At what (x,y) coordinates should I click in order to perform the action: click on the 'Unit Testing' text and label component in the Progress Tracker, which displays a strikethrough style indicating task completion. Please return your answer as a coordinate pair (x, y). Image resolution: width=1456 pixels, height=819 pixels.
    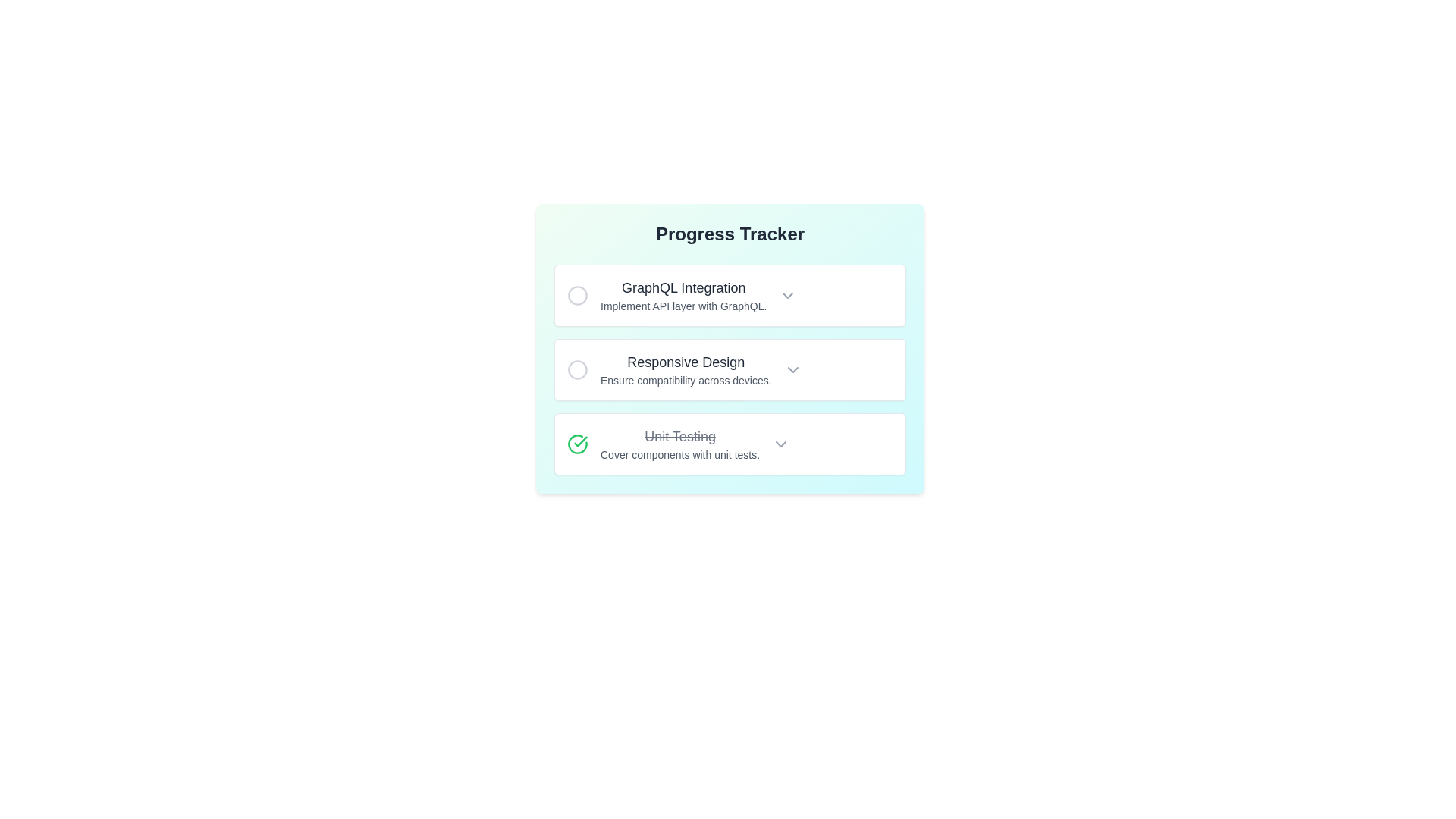
    Looking at the image, I should click on (679, 444).